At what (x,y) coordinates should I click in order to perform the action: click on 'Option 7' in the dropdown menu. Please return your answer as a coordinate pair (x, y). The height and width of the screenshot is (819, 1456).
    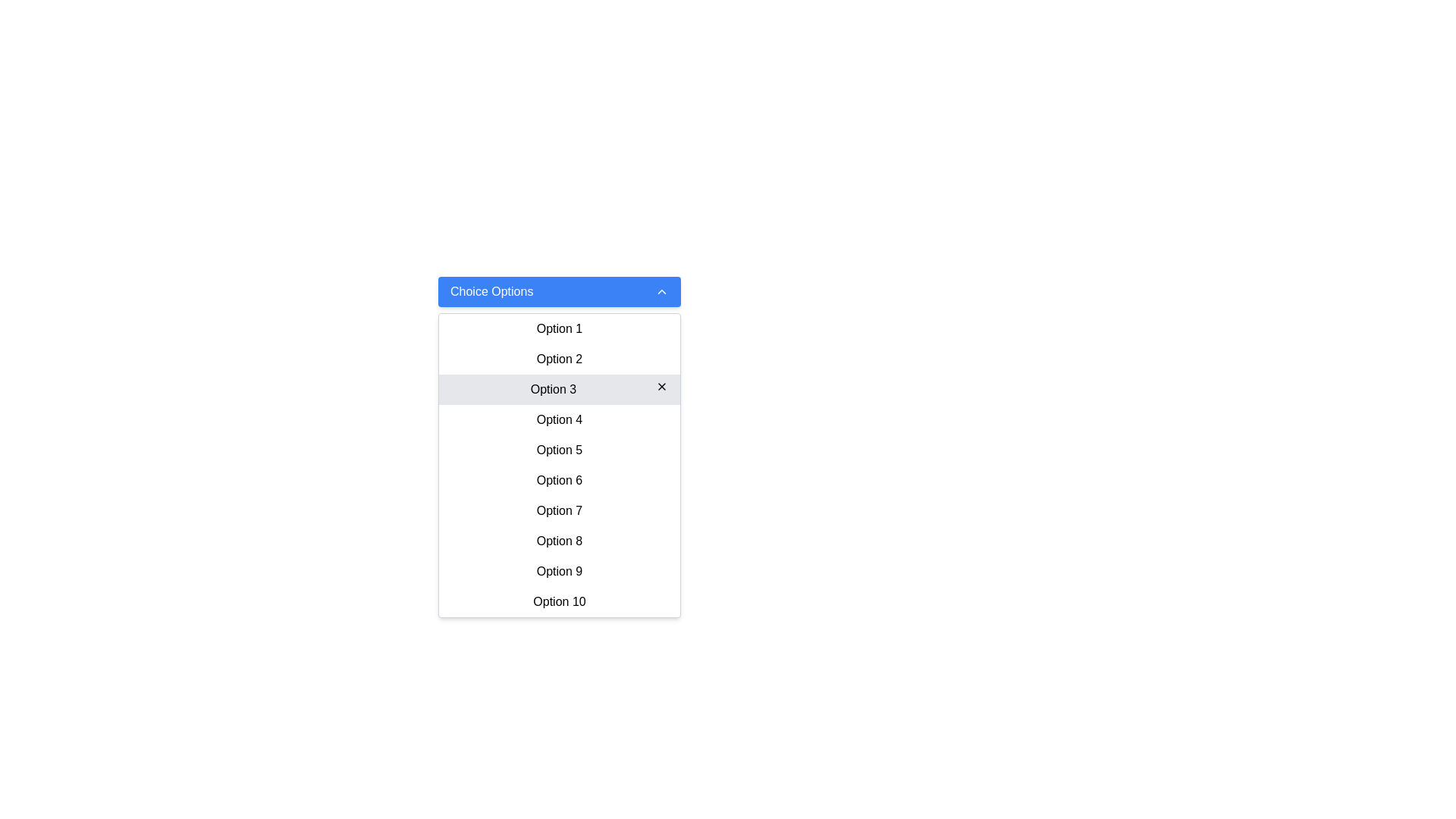
    Looking at the image, I should click on (559, 510).